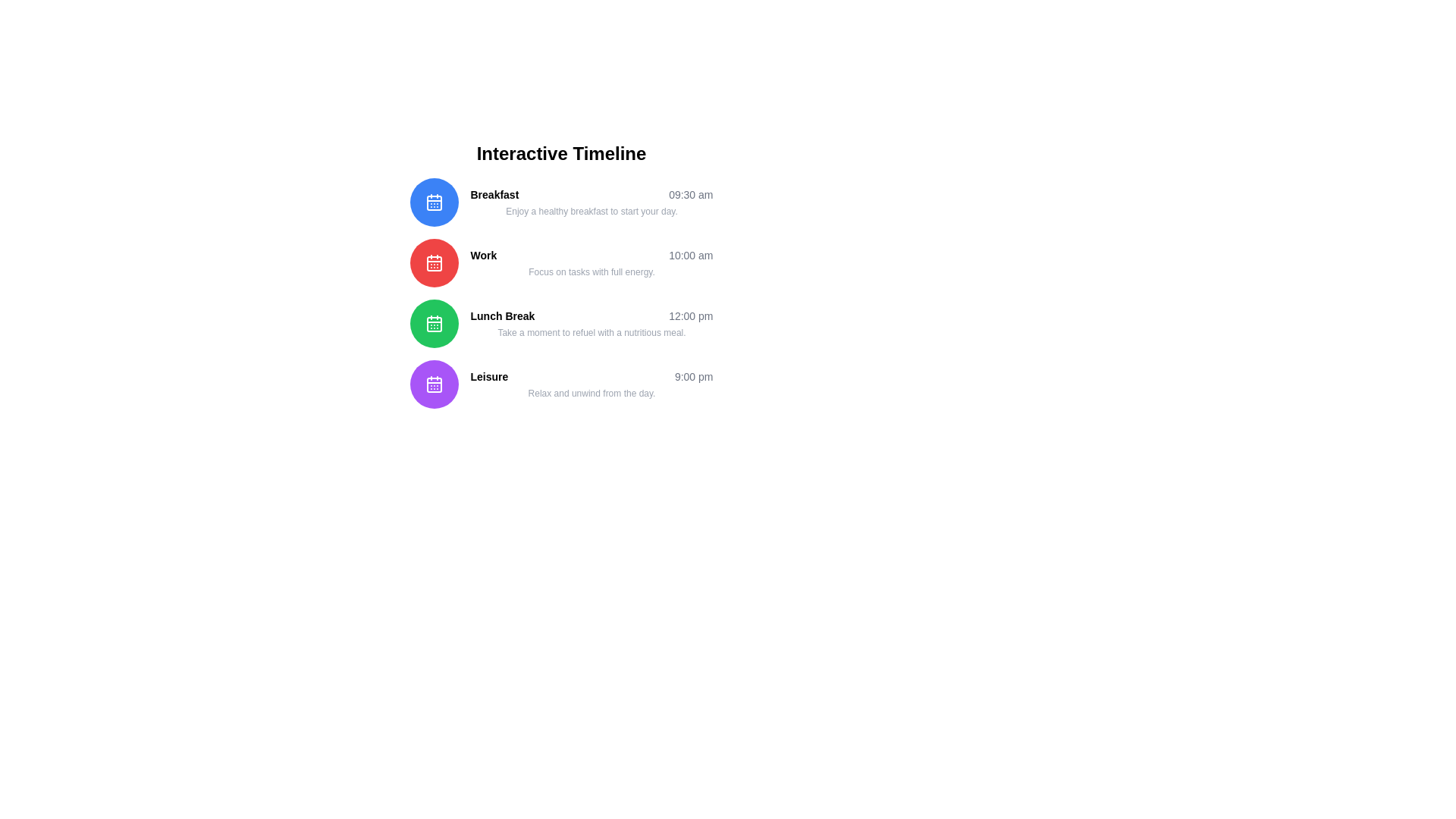  I want to click on the Text Label that describes the event 'Work' scheduled for 10:00 am, located below the 'Work' header and '10:00 am' within the vertical timeline, so click(591, 271).